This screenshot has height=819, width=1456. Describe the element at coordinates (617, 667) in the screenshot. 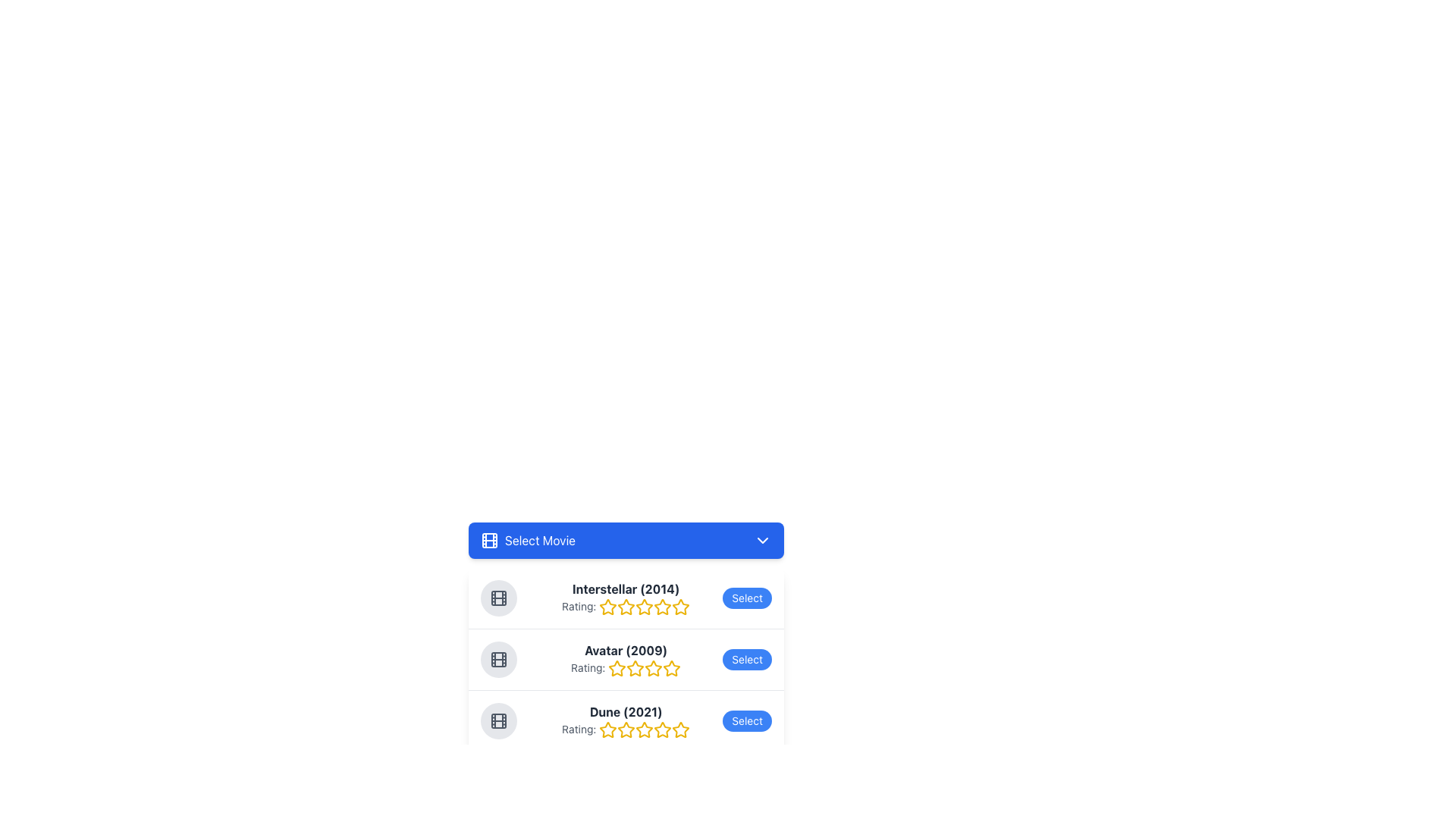

I see `the second star in the rating system for the movie 'Avatar (2009)' to rate at level 2` at that location.